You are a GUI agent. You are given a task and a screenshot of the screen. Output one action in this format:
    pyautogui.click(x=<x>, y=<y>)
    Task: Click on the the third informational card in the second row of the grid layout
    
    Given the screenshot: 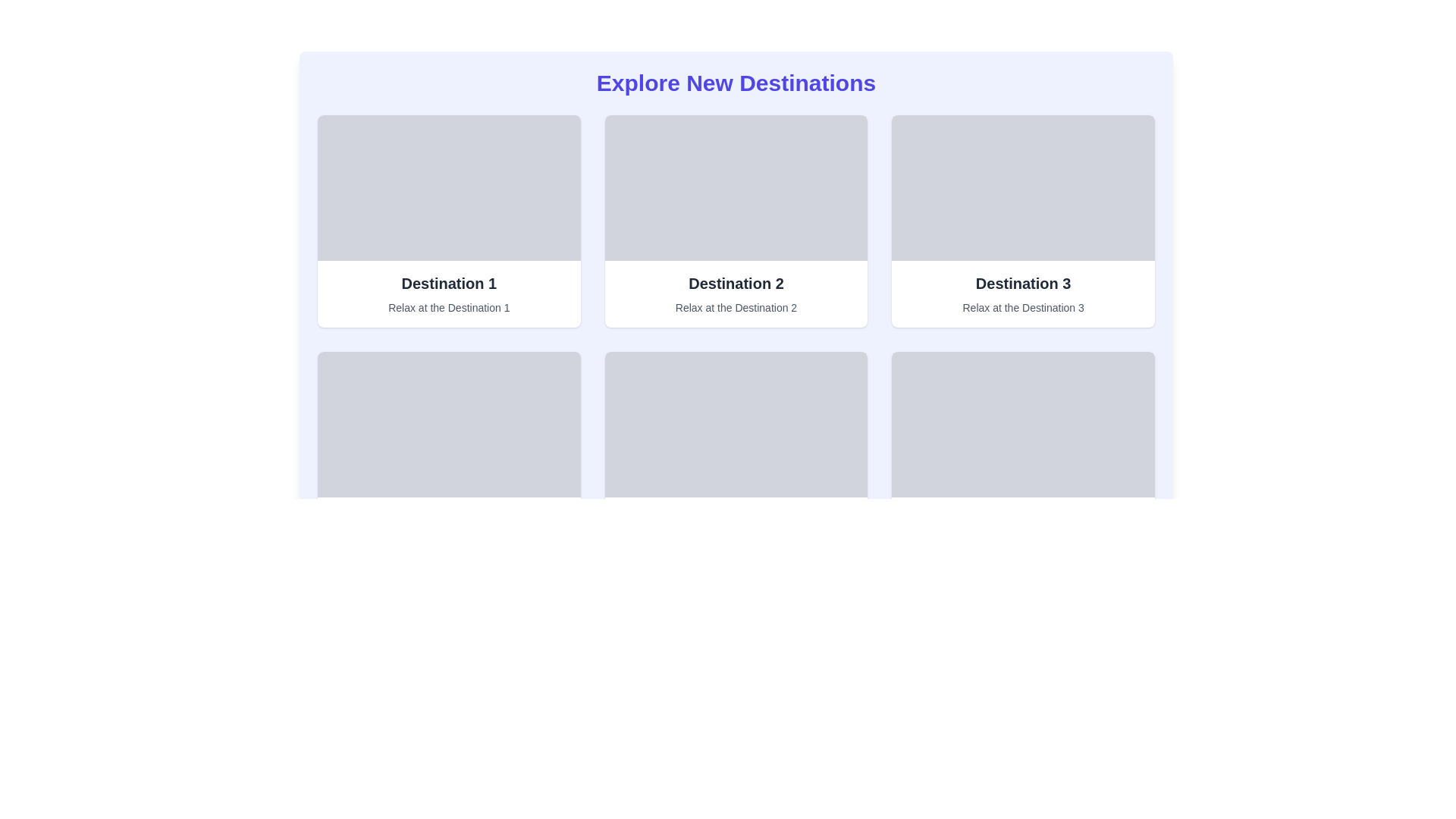 What is the action you would take?
    pyautogui.click(x=1023, y=457)
    